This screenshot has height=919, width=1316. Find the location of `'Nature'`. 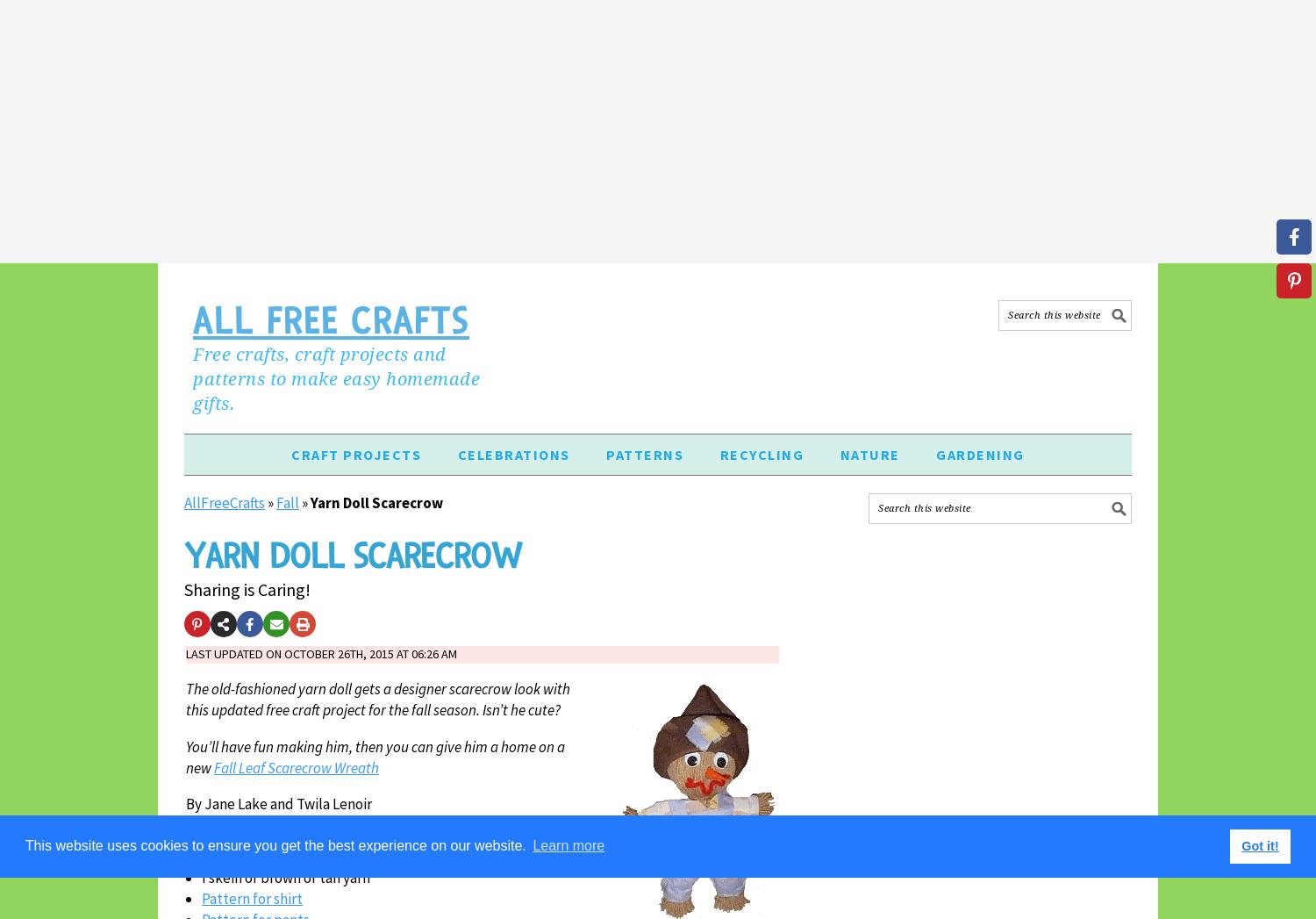

'Nature' is located at coordinates (869, 453).